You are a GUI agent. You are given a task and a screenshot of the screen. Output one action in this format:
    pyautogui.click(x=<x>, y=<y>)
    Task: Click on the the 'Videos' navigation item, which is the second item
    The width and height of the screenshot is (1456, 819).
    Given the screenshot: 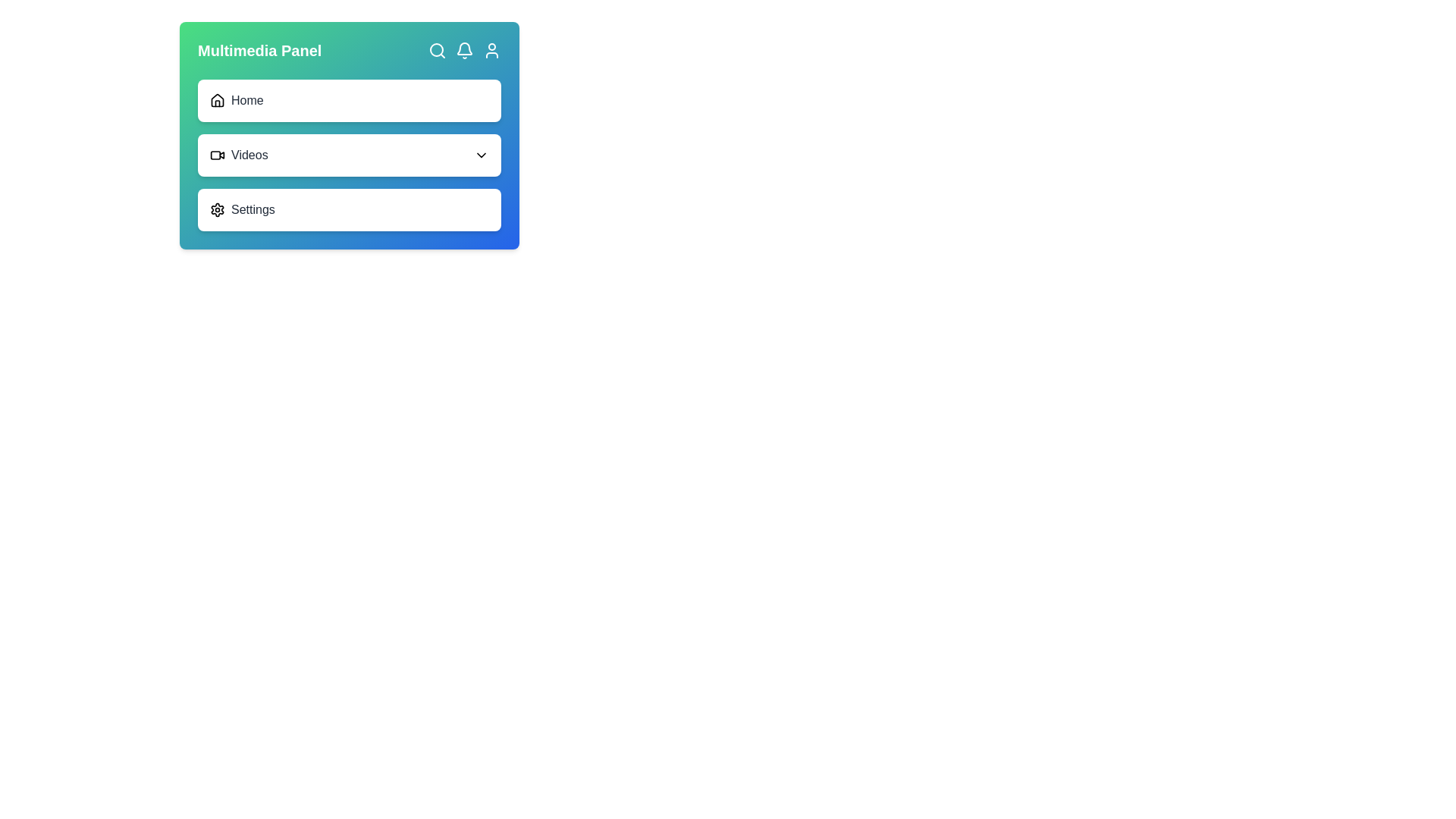 What is the action you would take?
    pyautogui.click(x=348, y=155)
    